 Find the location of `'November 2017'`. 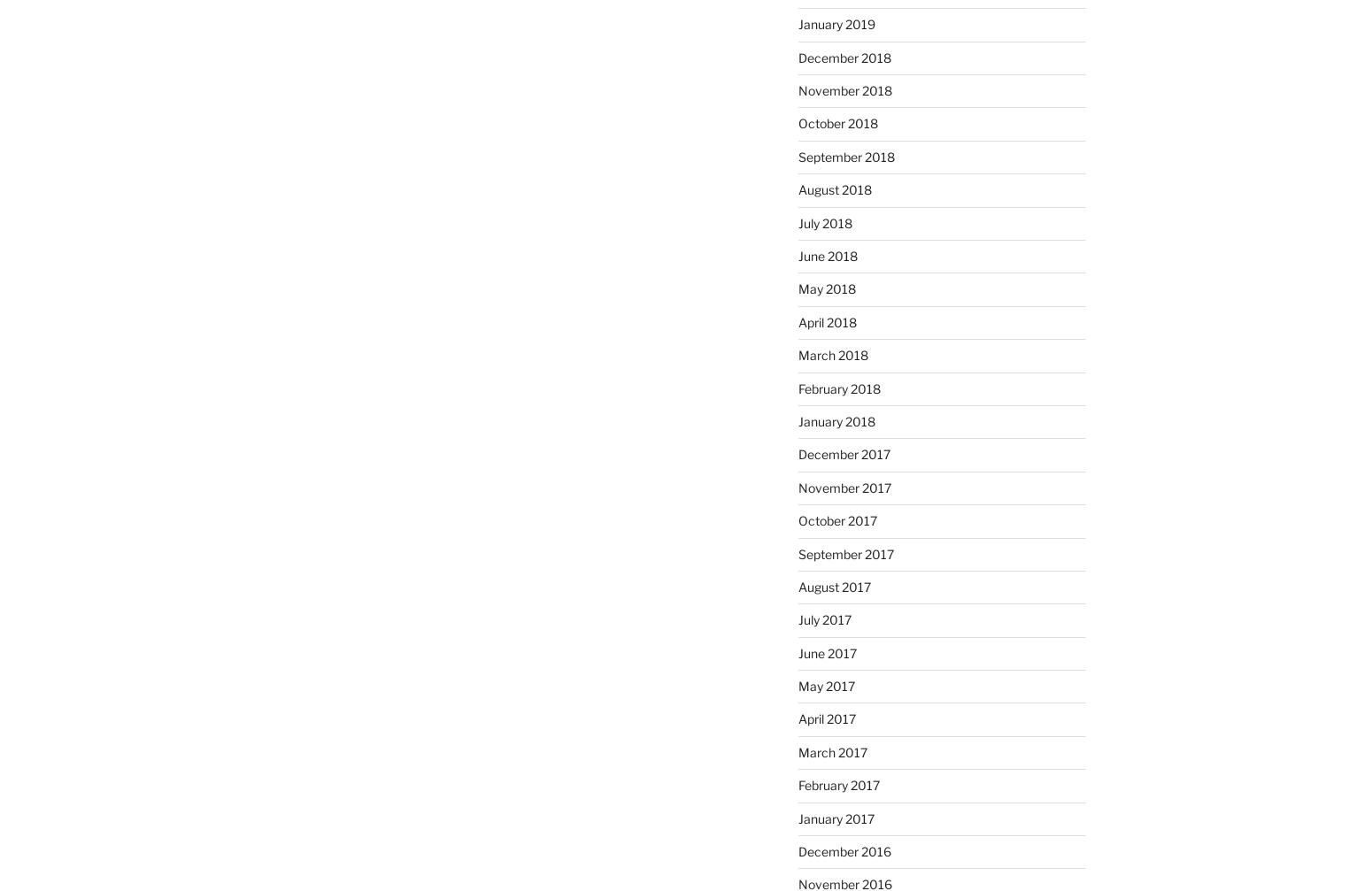

'November 2017' is located at coordinates (843, 486).